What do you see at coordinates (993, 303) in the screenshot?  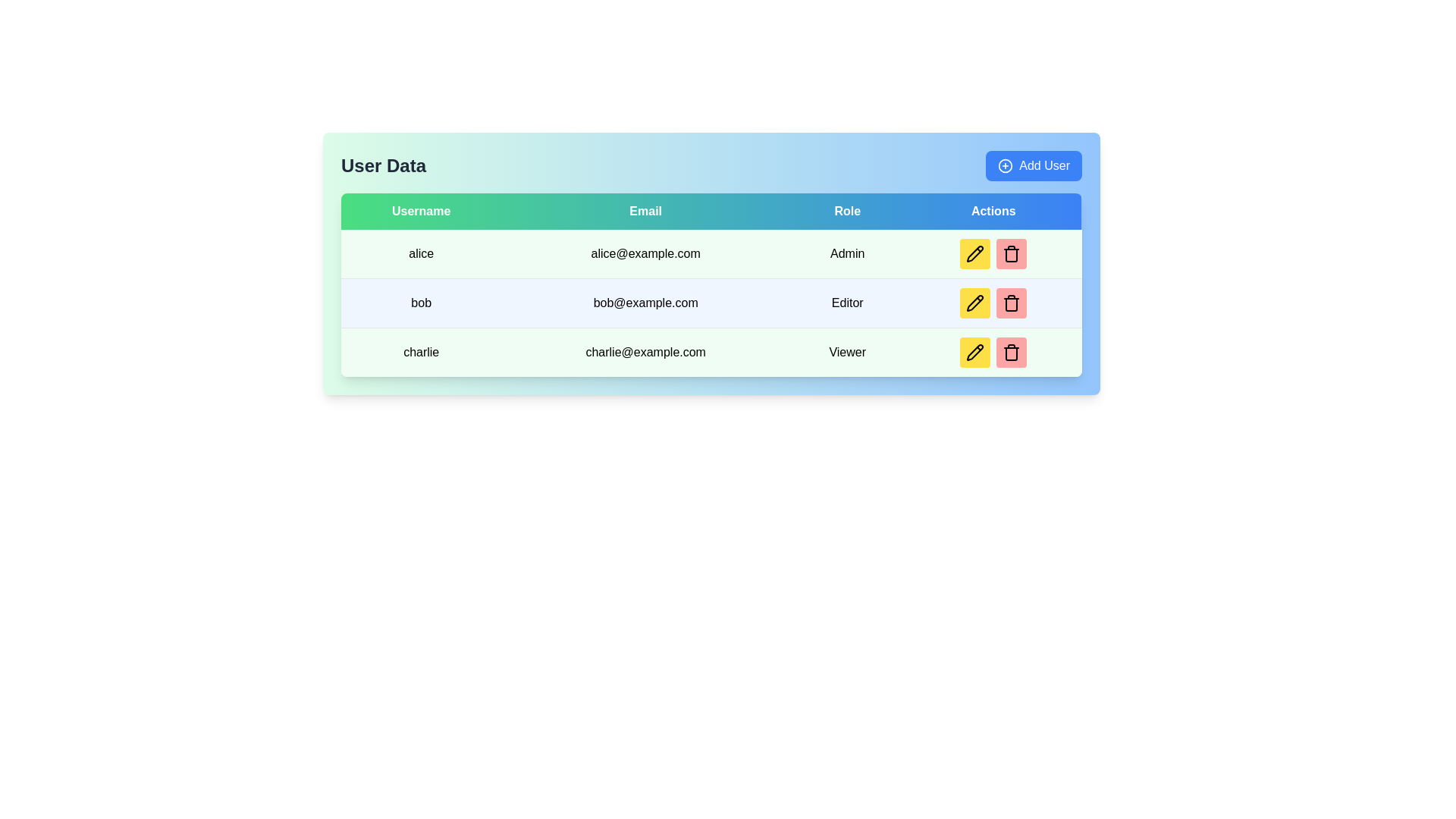 I see `the yellow button with a pencil icon` at bounding box center [993, 303].